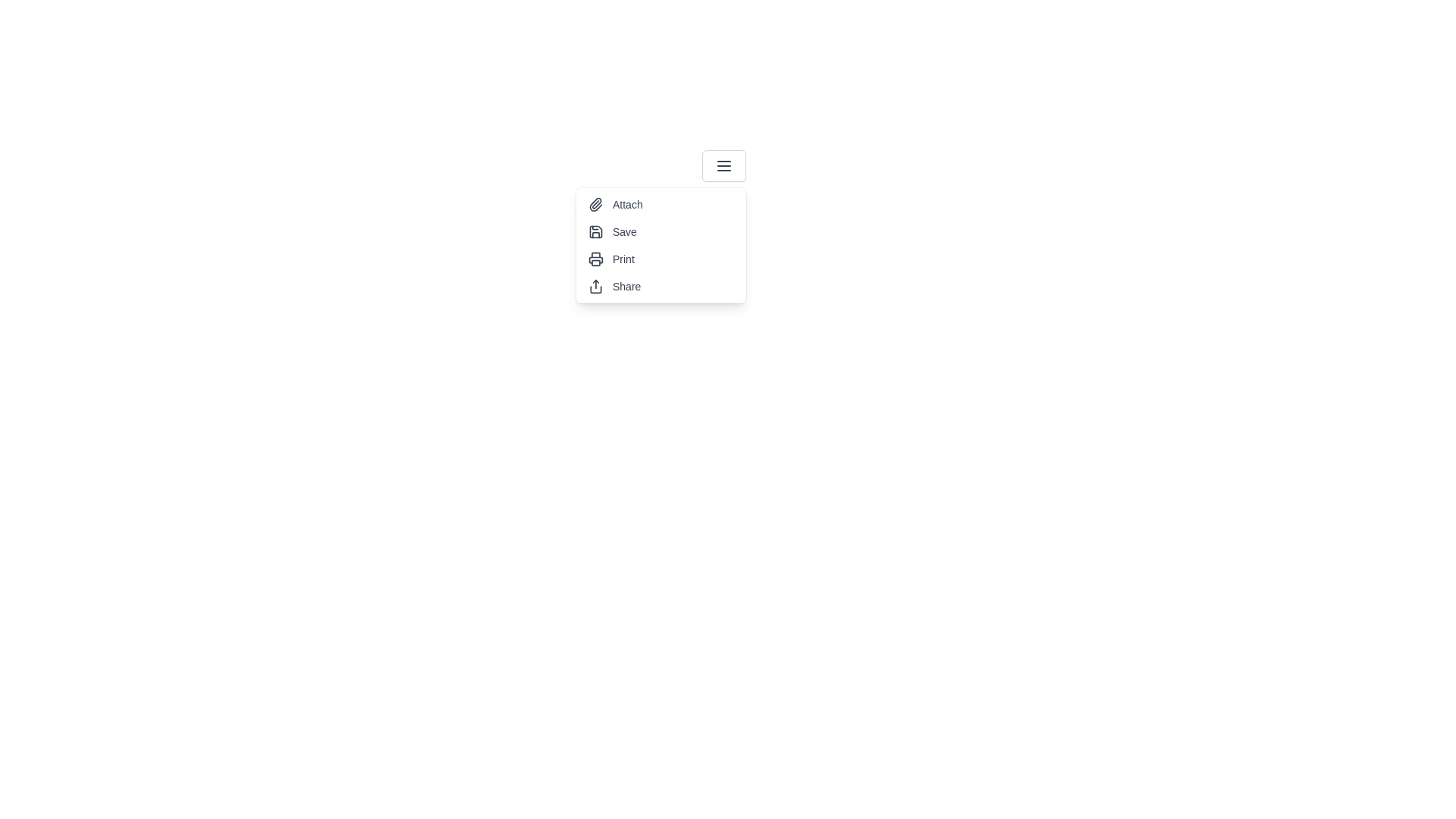 The width and height of the screenshot is (1456, 819). Describe the element at coordinates (595, 231) in the screenshot. I see `the save icon SVG element located next to the 'Save' menu option in the dropdown menu using assistive technologies` at that location.